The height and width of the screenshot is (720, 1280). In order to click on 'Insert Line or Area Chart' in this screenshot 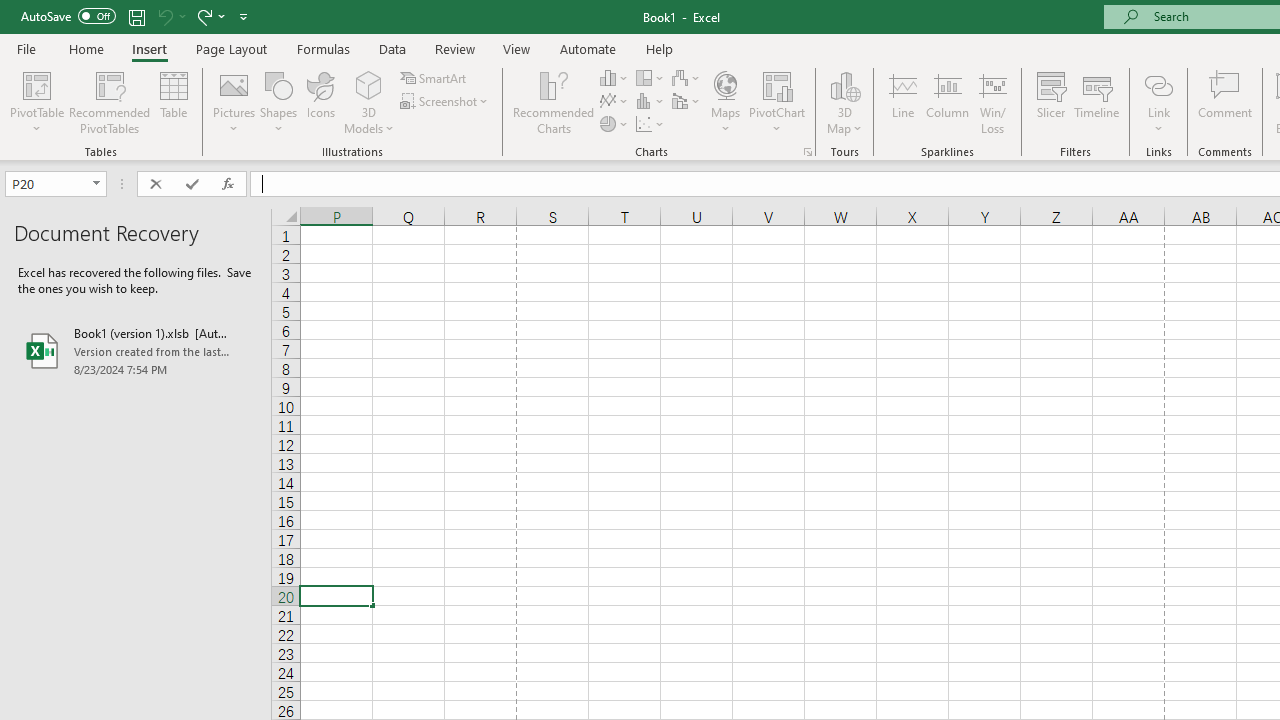, I will do `click(614, 101)`.